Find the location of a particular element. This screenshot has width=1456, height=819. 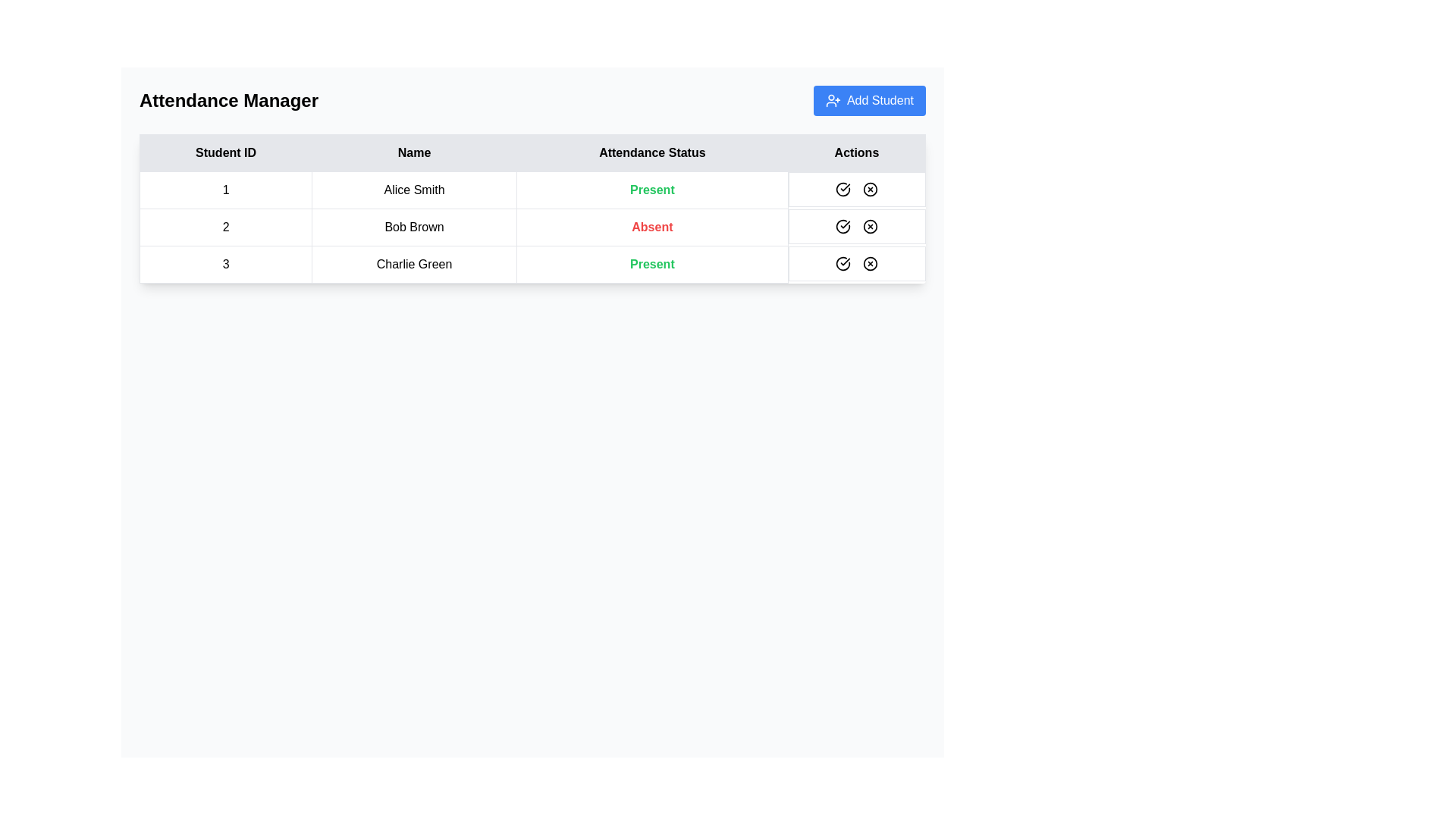

displayed student number for 'Charlie Green' located in the first column of the table under 'Student ID' is located at coordinates (225, 263).